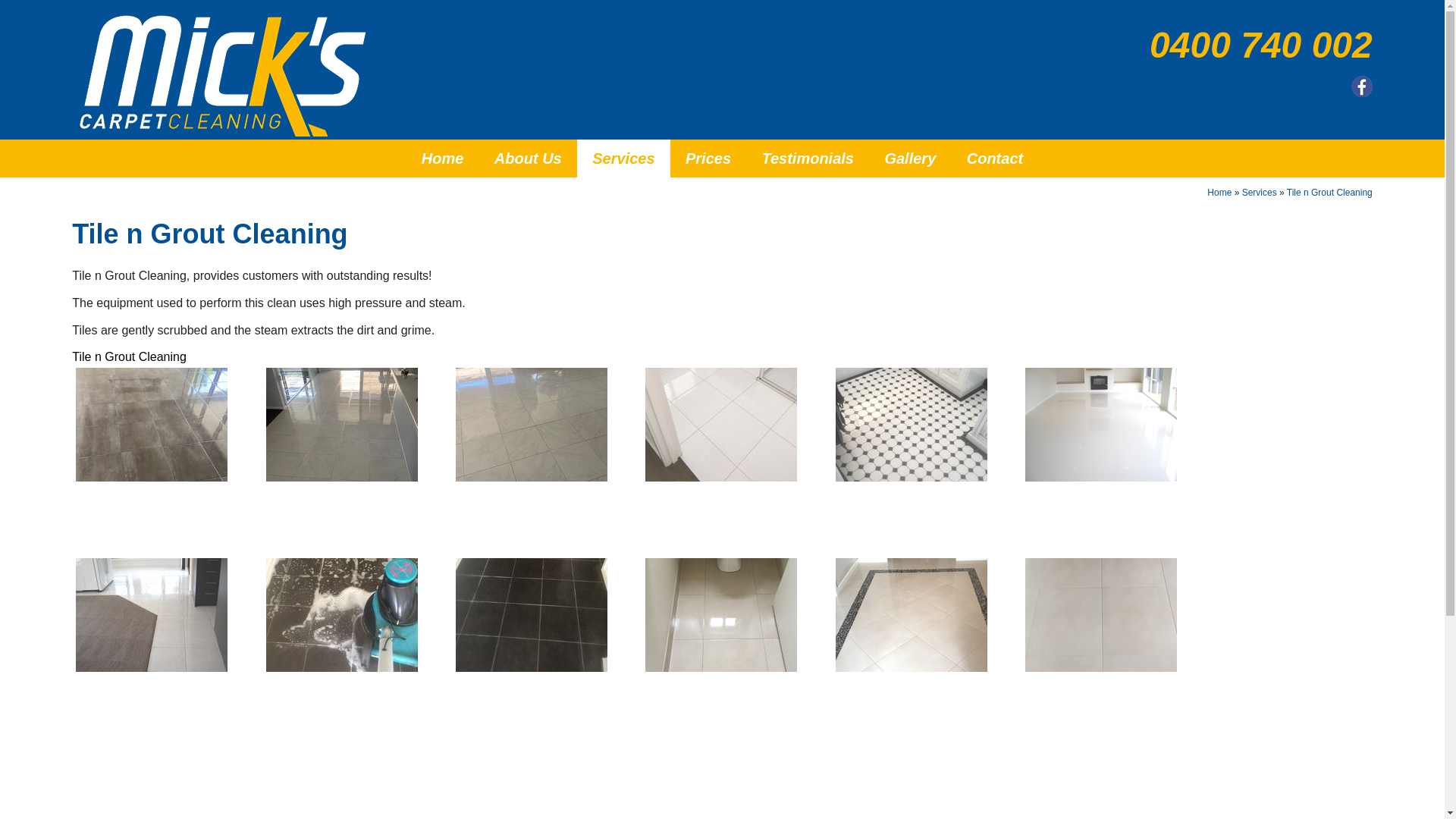 This screenshot has height=819, width=1456. I want to click on 'Follow us on Facebook', so click(1361, 86).